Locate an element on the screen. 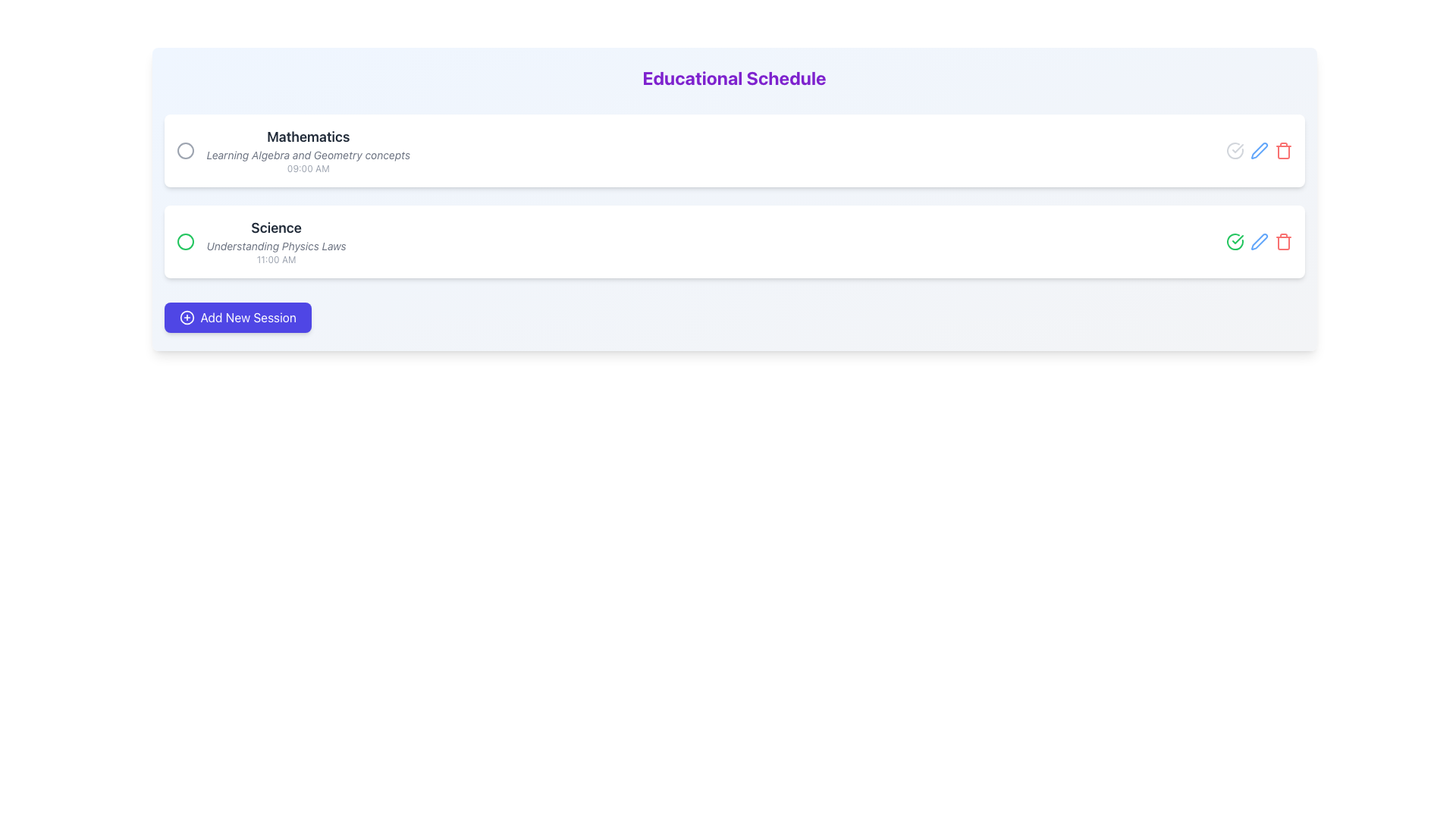 This screenshot has width=1456, height=819. the status of the graphical icon located to the left of the 'Science' session title in the educational schedules list is located at coordinates (184, 241).